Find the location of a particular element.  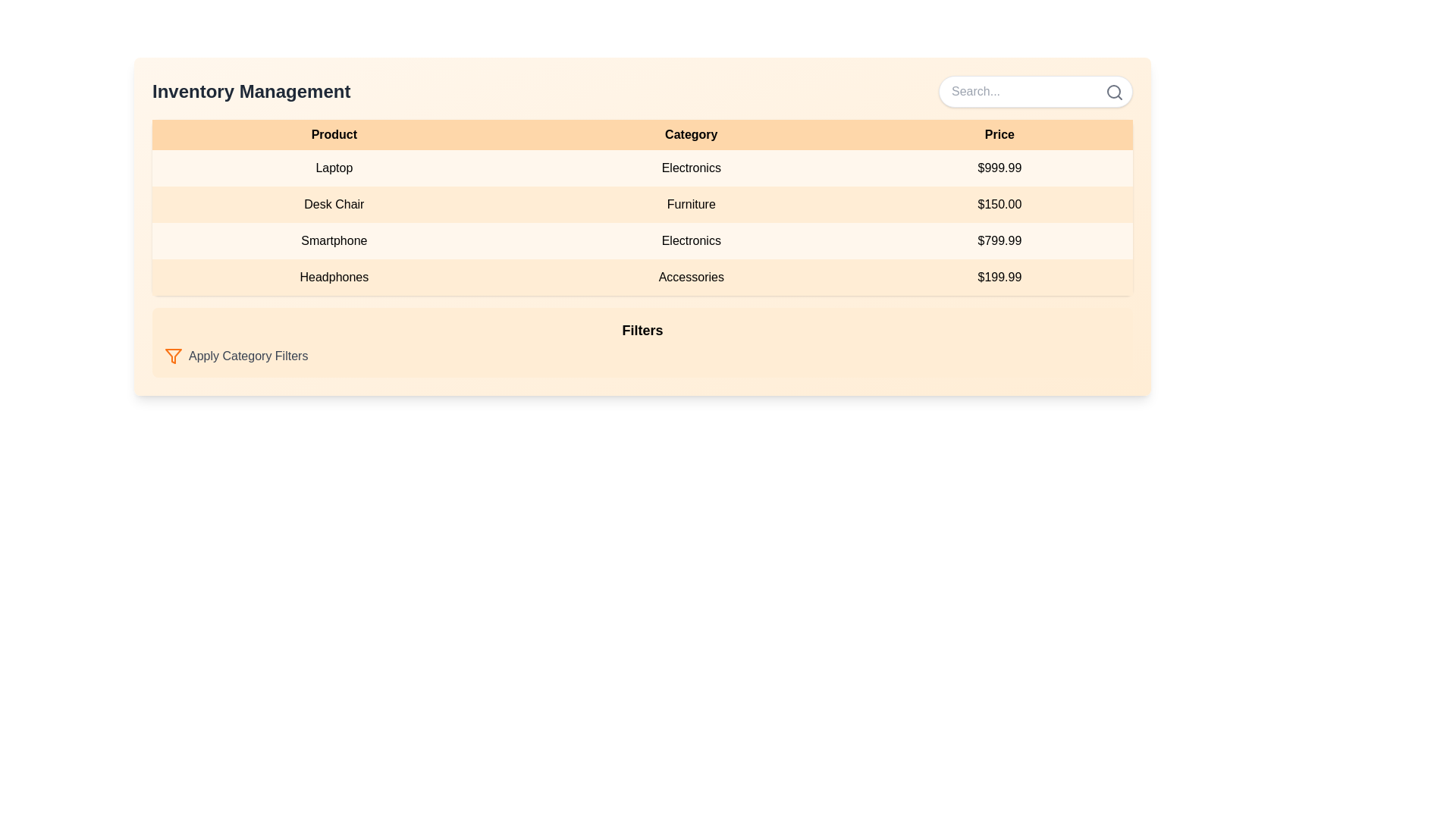

the price label displaying '$199.99' for the 'Headphones' in the Accessories category, located in the rightmost position of the third column is located at coordinates (999, 278).